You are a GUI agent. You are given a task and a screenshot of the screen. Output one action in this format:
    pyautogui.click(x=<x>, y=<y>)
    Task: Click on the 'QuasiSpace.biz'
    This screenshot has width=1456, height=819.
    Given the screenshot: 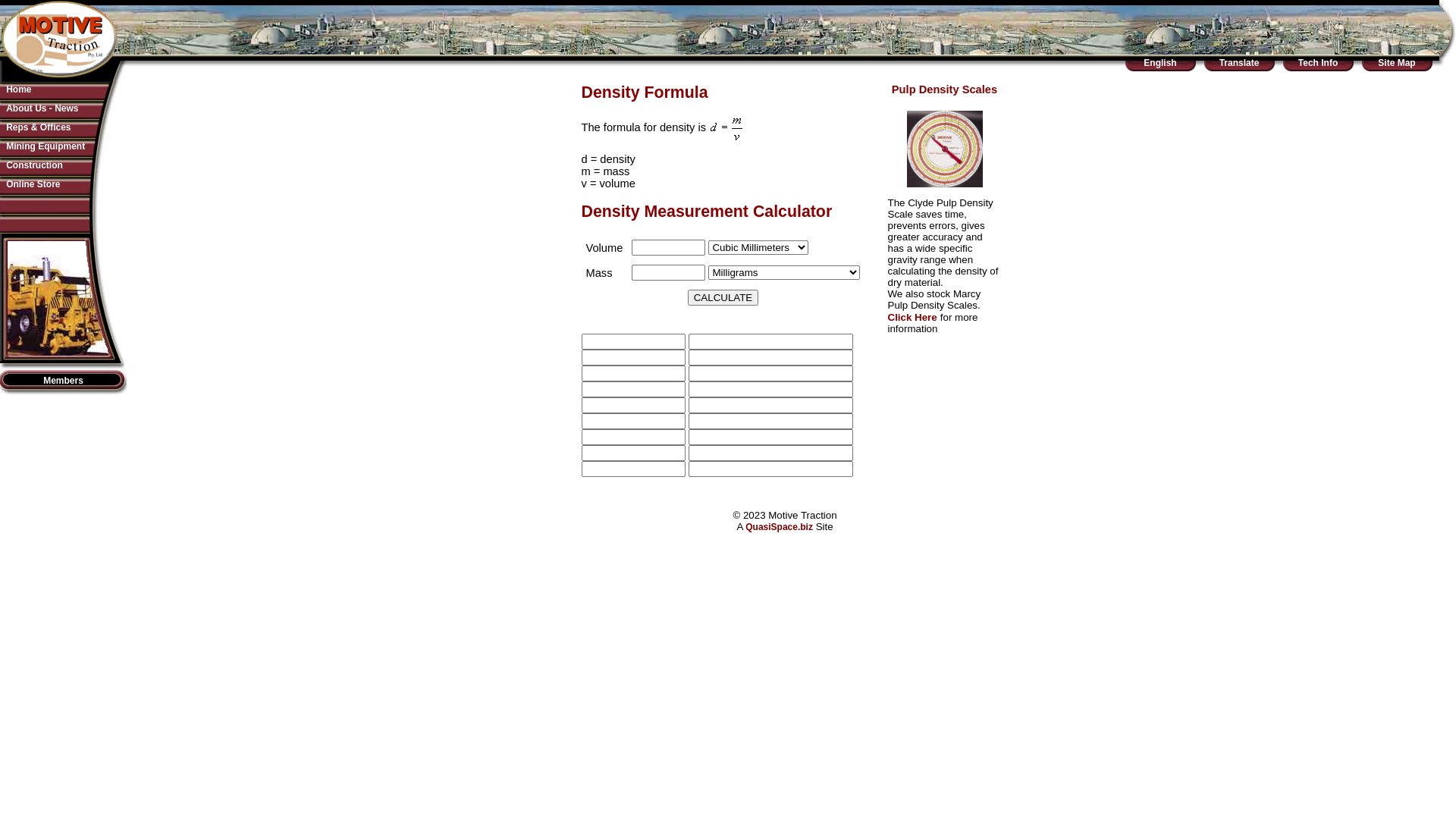 What is the action you would take?
    pyautogui.click(x=745, y=526)
    